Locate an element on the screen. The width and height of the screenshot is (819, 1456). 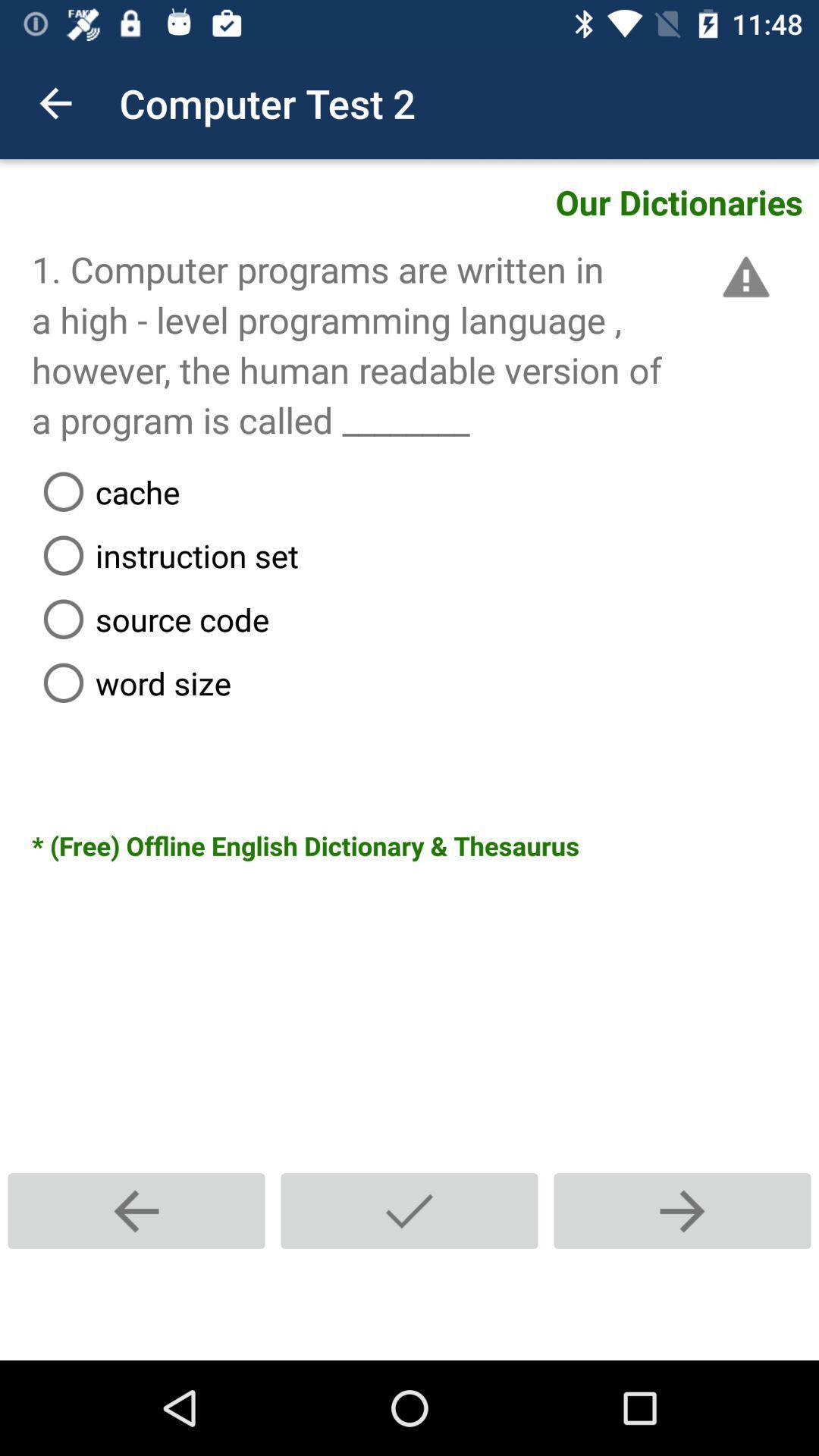
the warning icon is located at coordinates (742, 277).